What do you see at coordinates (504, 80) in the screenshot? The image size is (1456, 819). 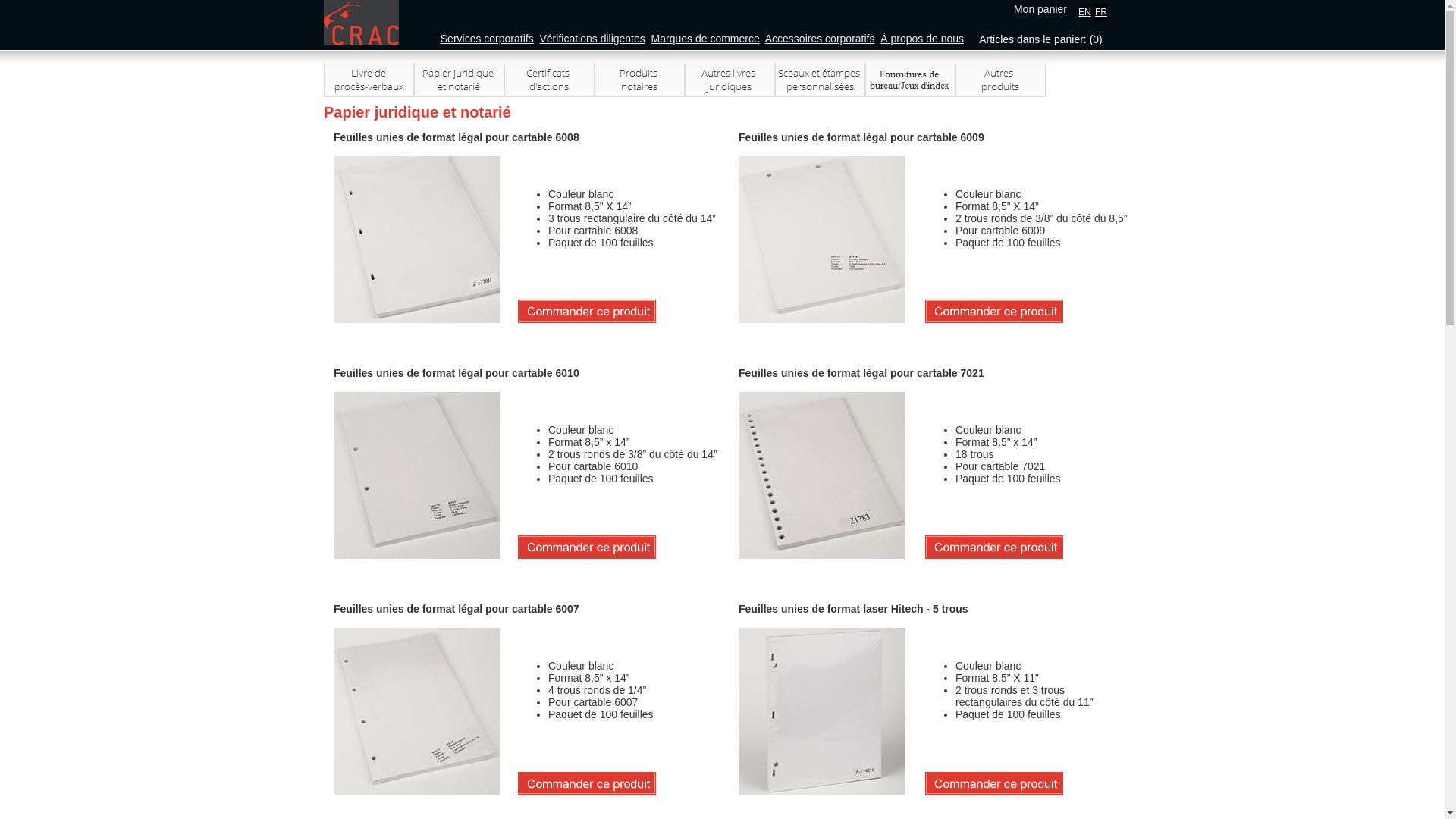 I see `'Certificats` at bounding box center [504, 80].